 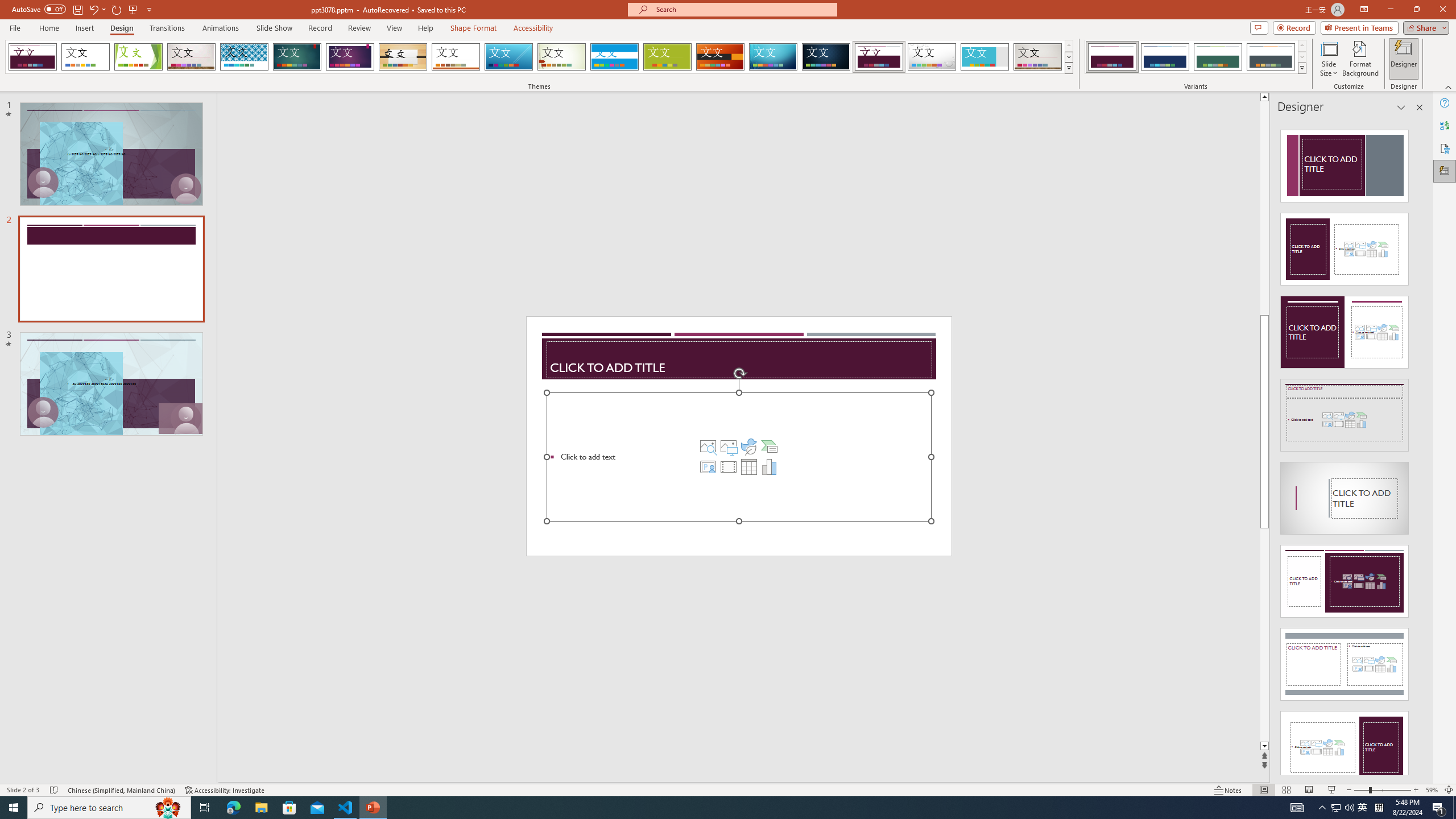 I want to click on 'Class: NetUIScrollBar', so click(x=1418, y=447).